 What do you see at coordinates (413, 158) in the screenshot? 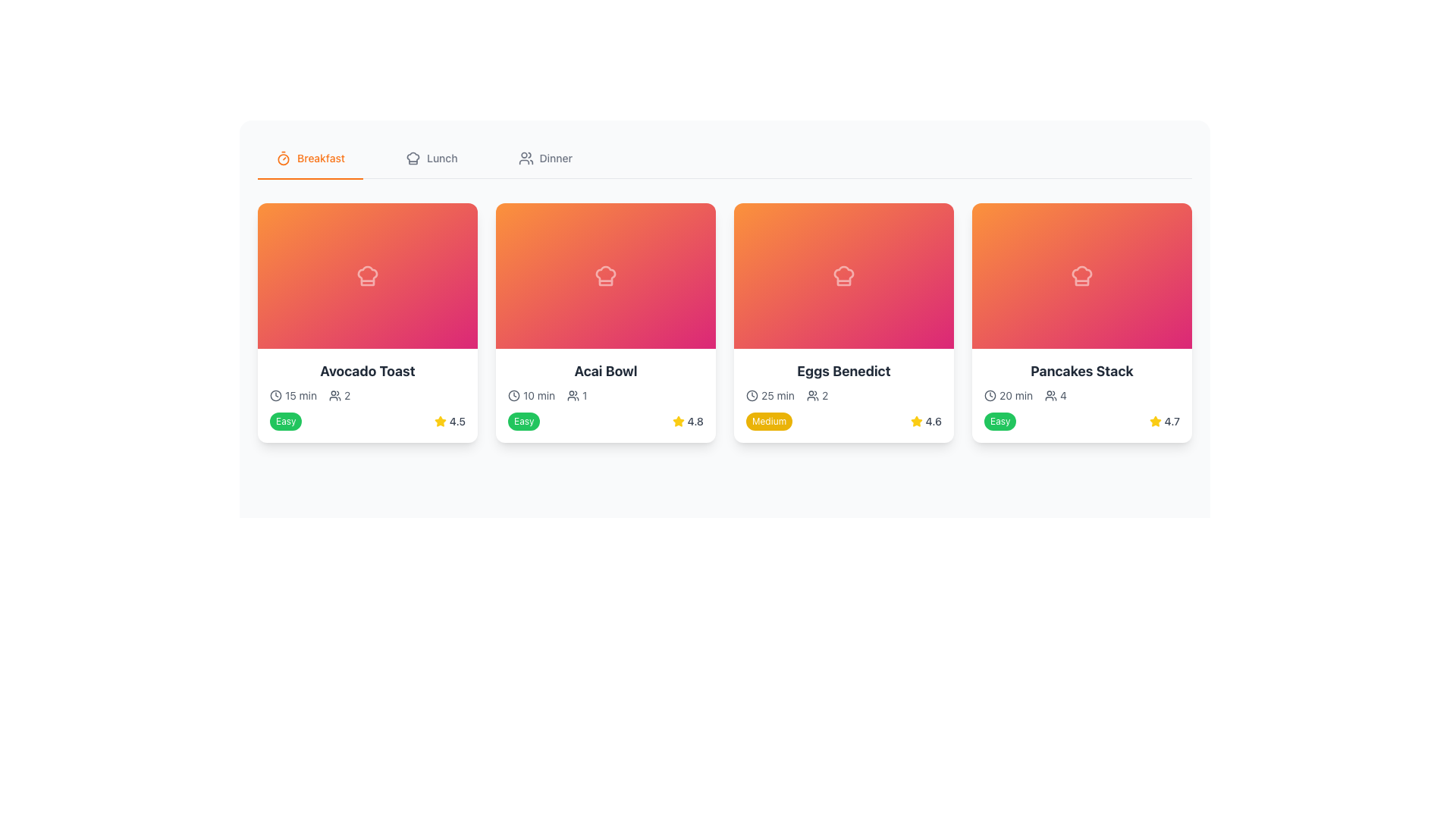
I see `the chef's hat icon` at bounding box center [413, 158].